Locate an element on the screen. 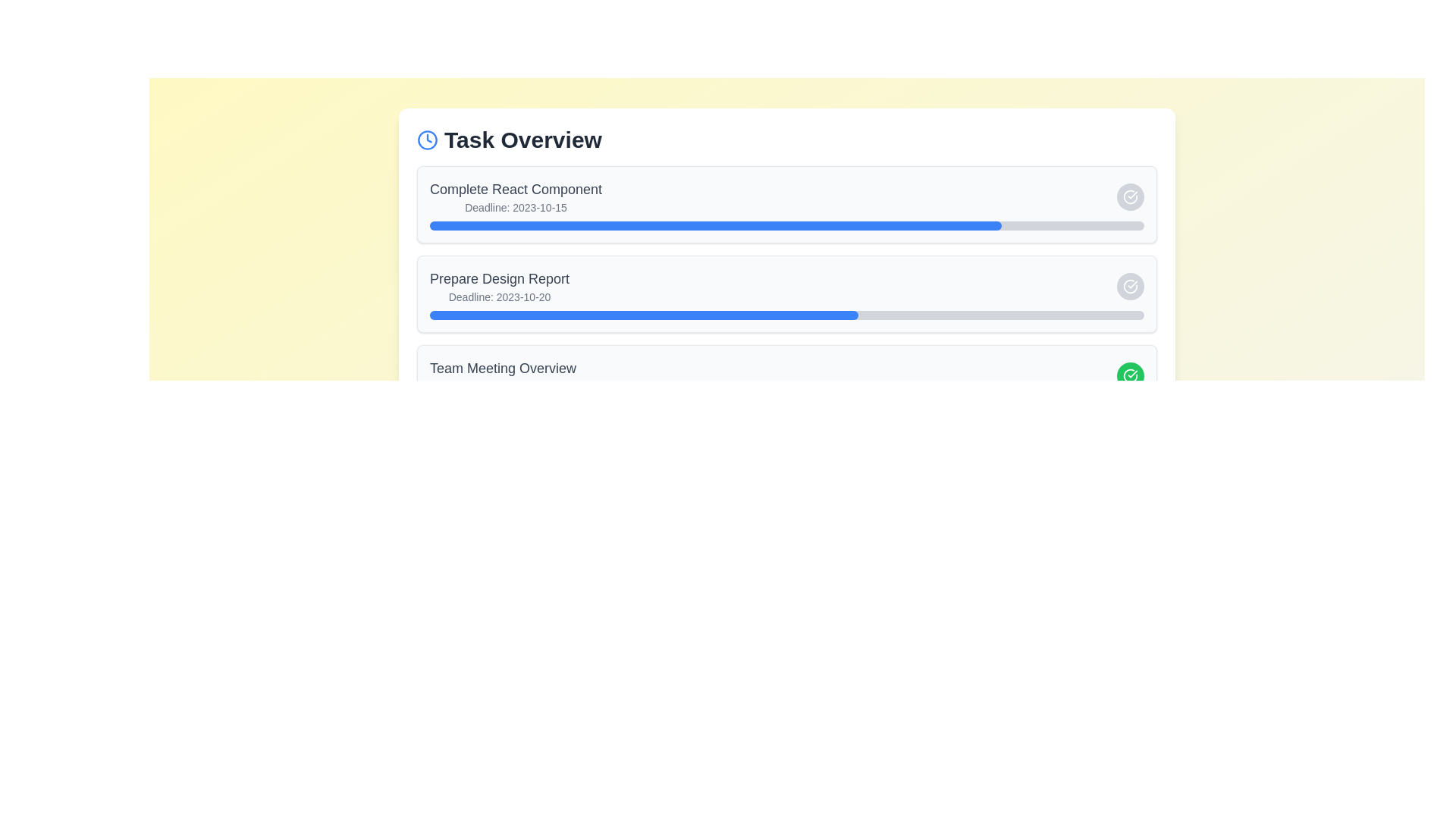 The width and height of the screenshot is (1456, 819). the completion button located to the far right of the 'Prepare Design Report' task row to mark the task as completed is located at coordinates (1131, 287).